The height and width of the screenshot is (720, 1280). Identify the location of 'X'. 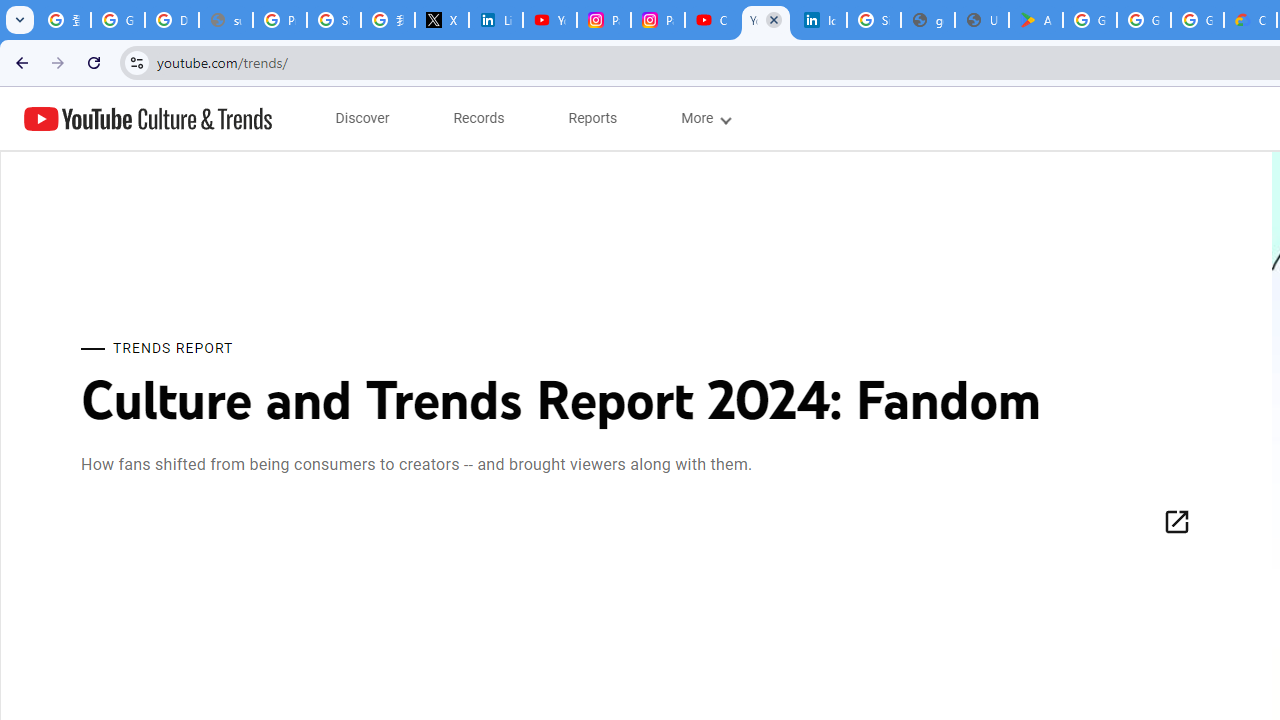
(440, 20).